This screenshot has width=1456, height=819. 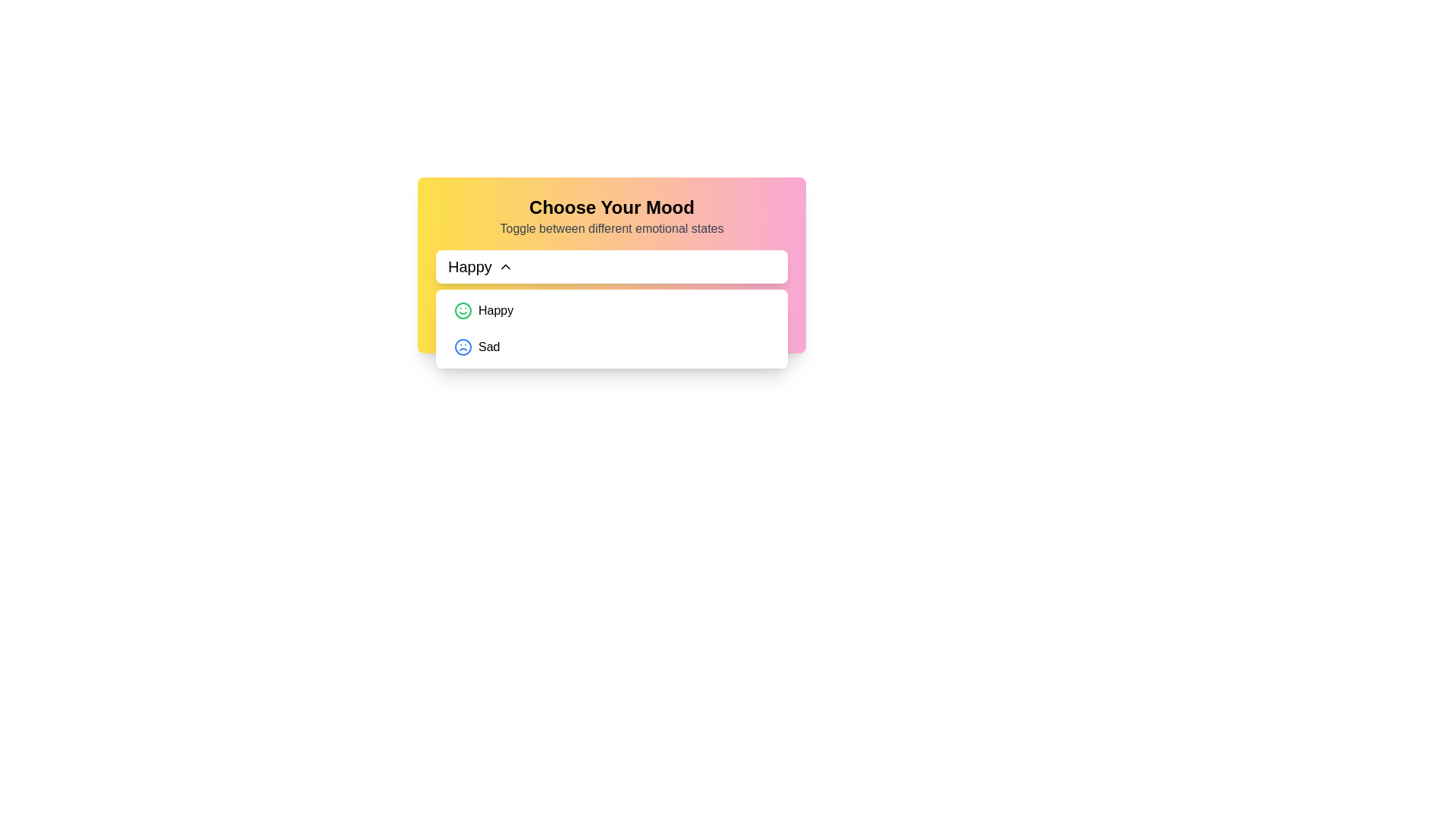 I want to click on the dropdown menu labeled 'Choose Your Mood', so click(x=611, y=265).